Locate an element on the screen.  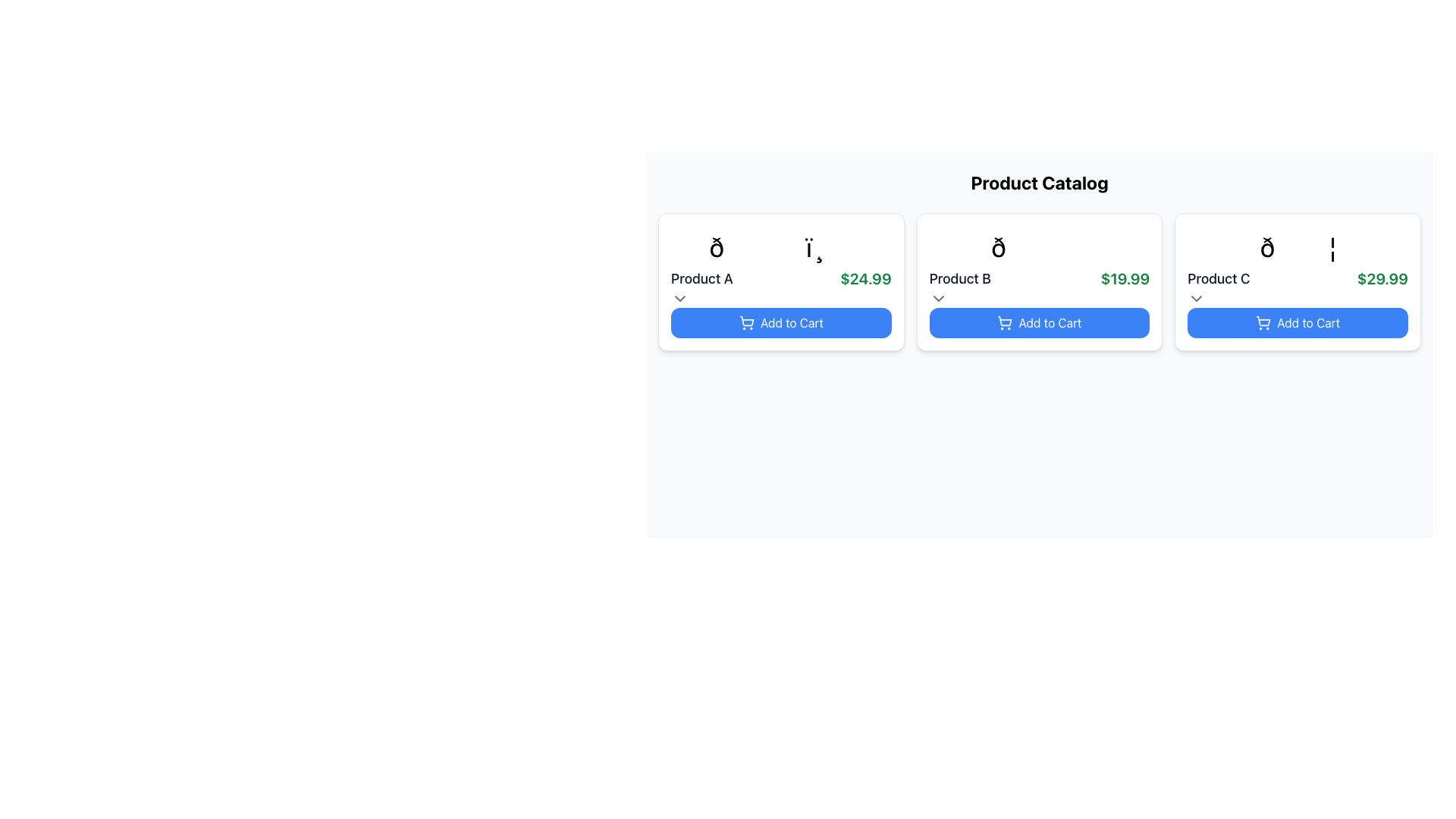
the text label displaying the price '$19.99' in green, bold, and larger font size, which is aligned to the right next to the title 'Product B' in the second card of the product cards is located at coordinates (1125, 278).